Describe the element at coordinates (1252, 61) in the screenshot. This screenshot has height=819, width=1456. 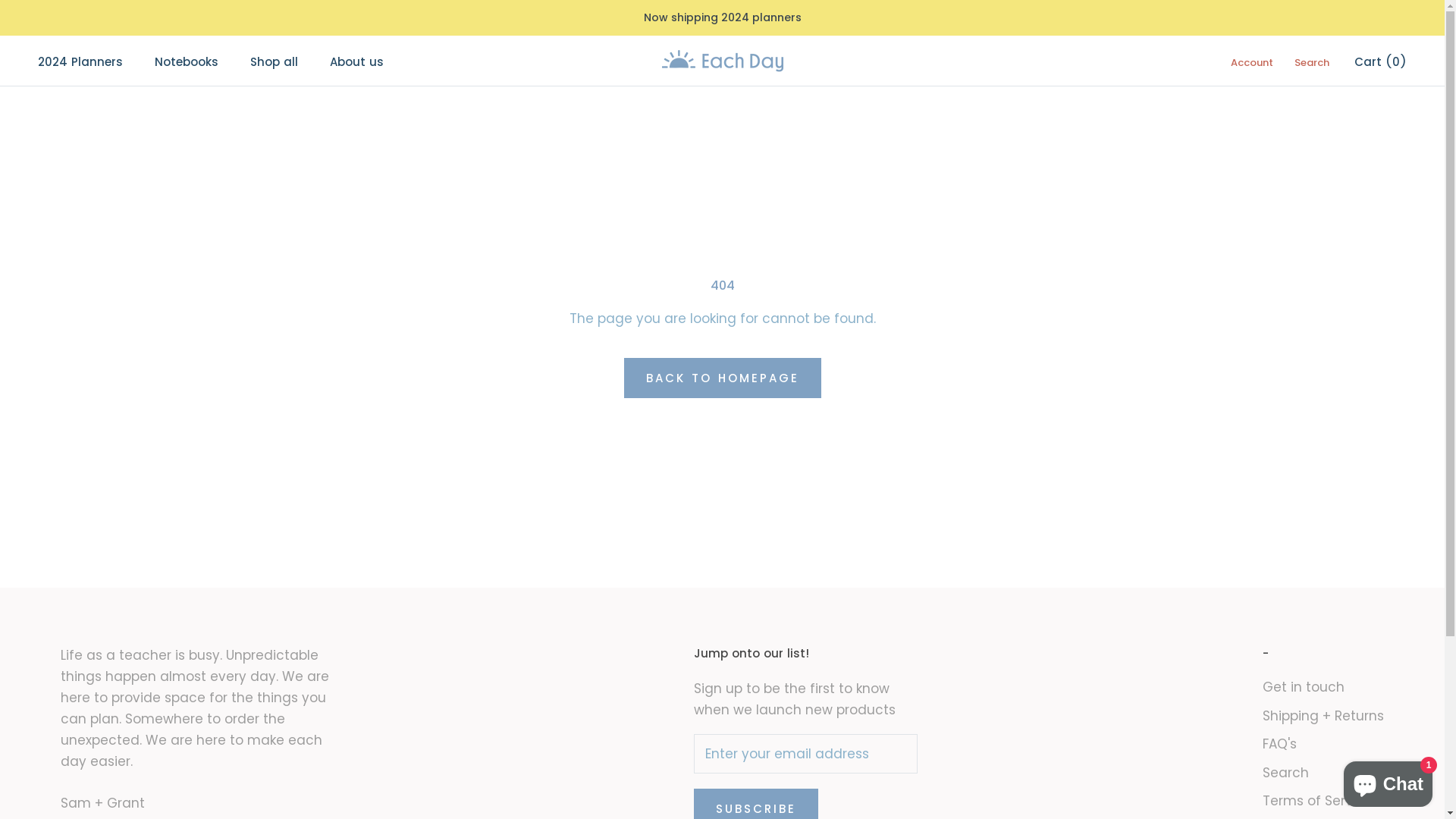
I see `'Account'` at that location.